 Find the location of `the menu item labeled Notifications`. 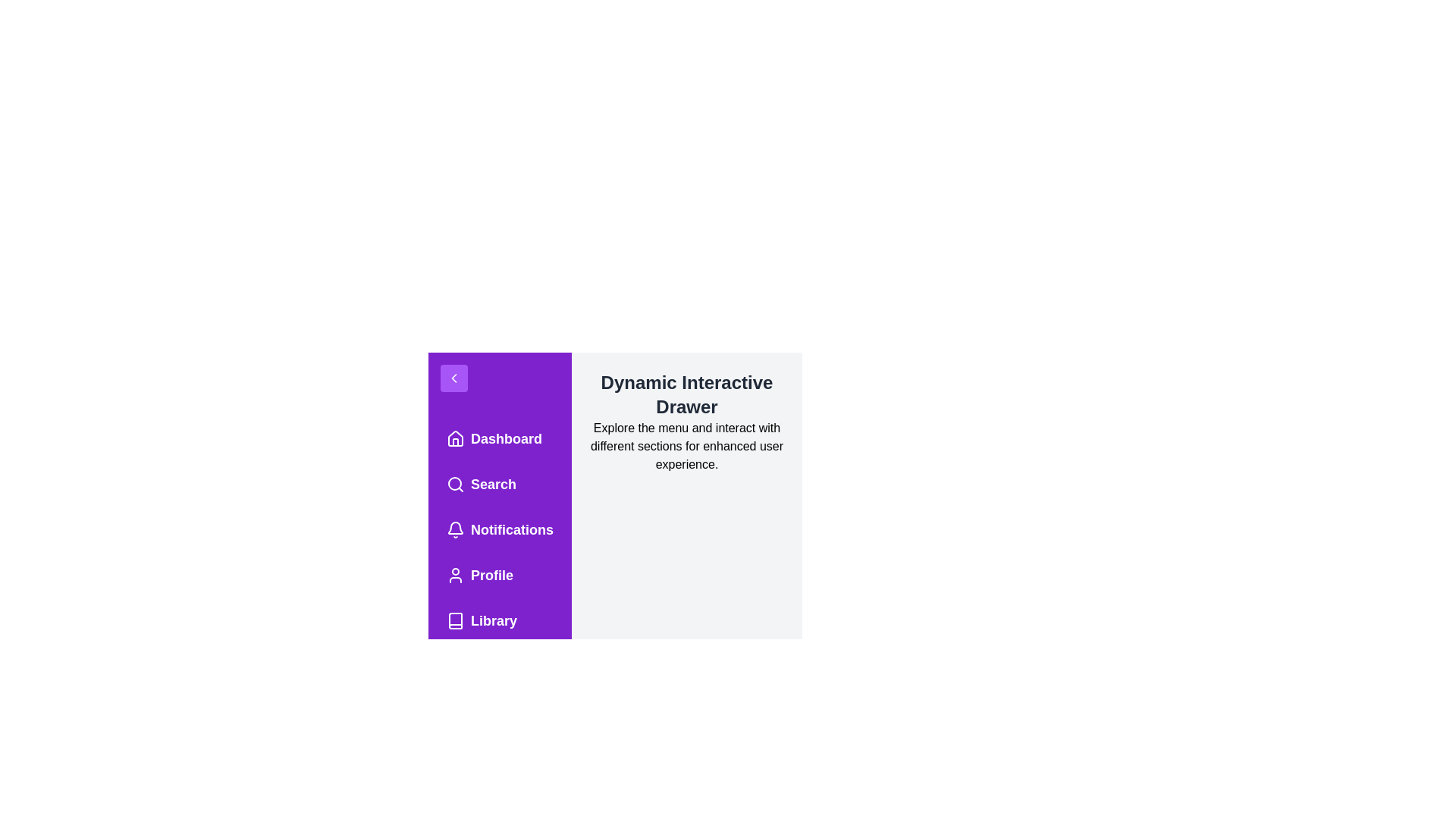

the menu item labeled Notifications is located at coordinates (500, 529).